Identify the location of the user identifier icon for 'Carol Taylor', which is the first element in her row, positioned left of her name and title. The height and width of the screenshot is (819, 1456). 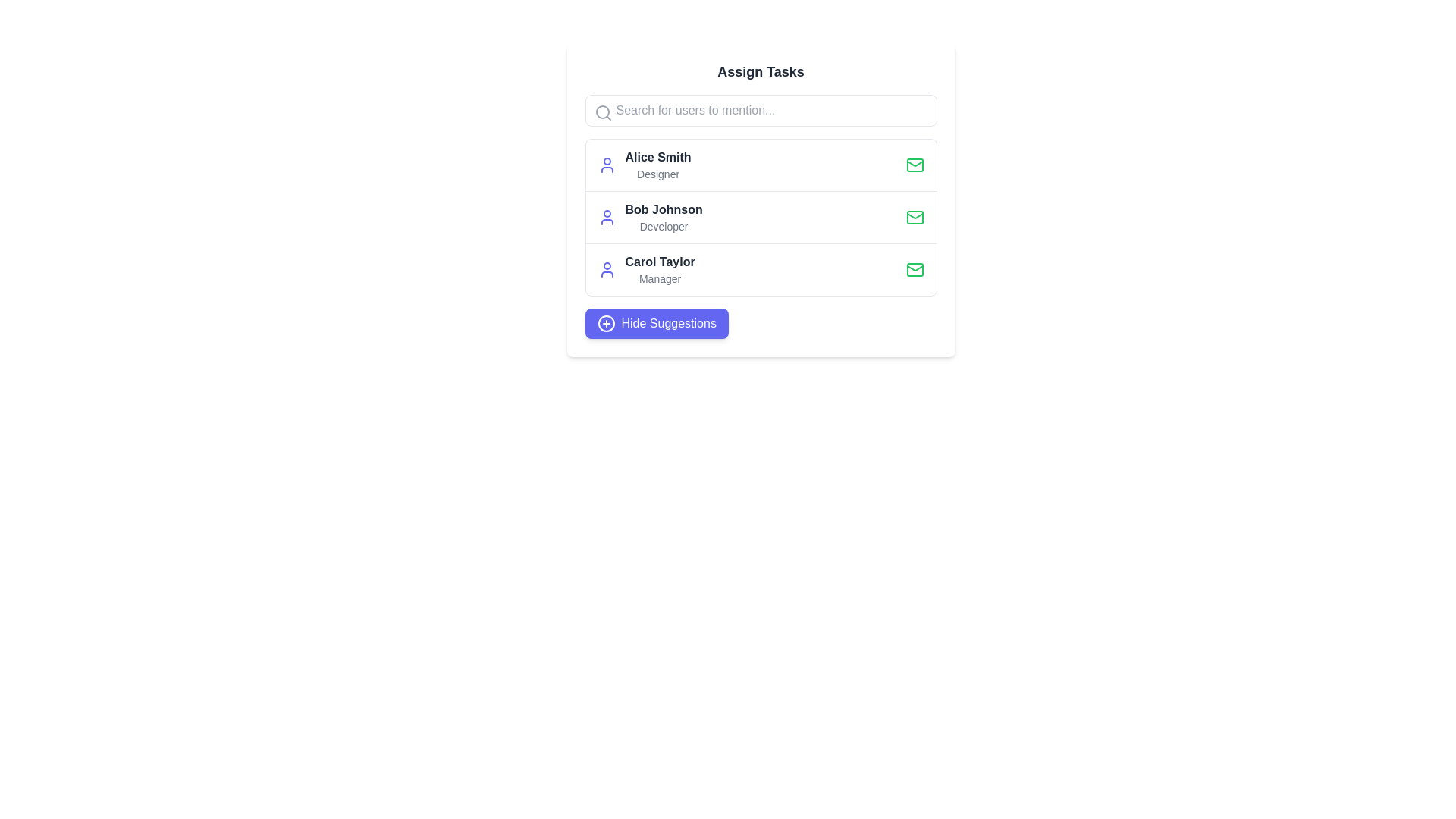
(607, 268).